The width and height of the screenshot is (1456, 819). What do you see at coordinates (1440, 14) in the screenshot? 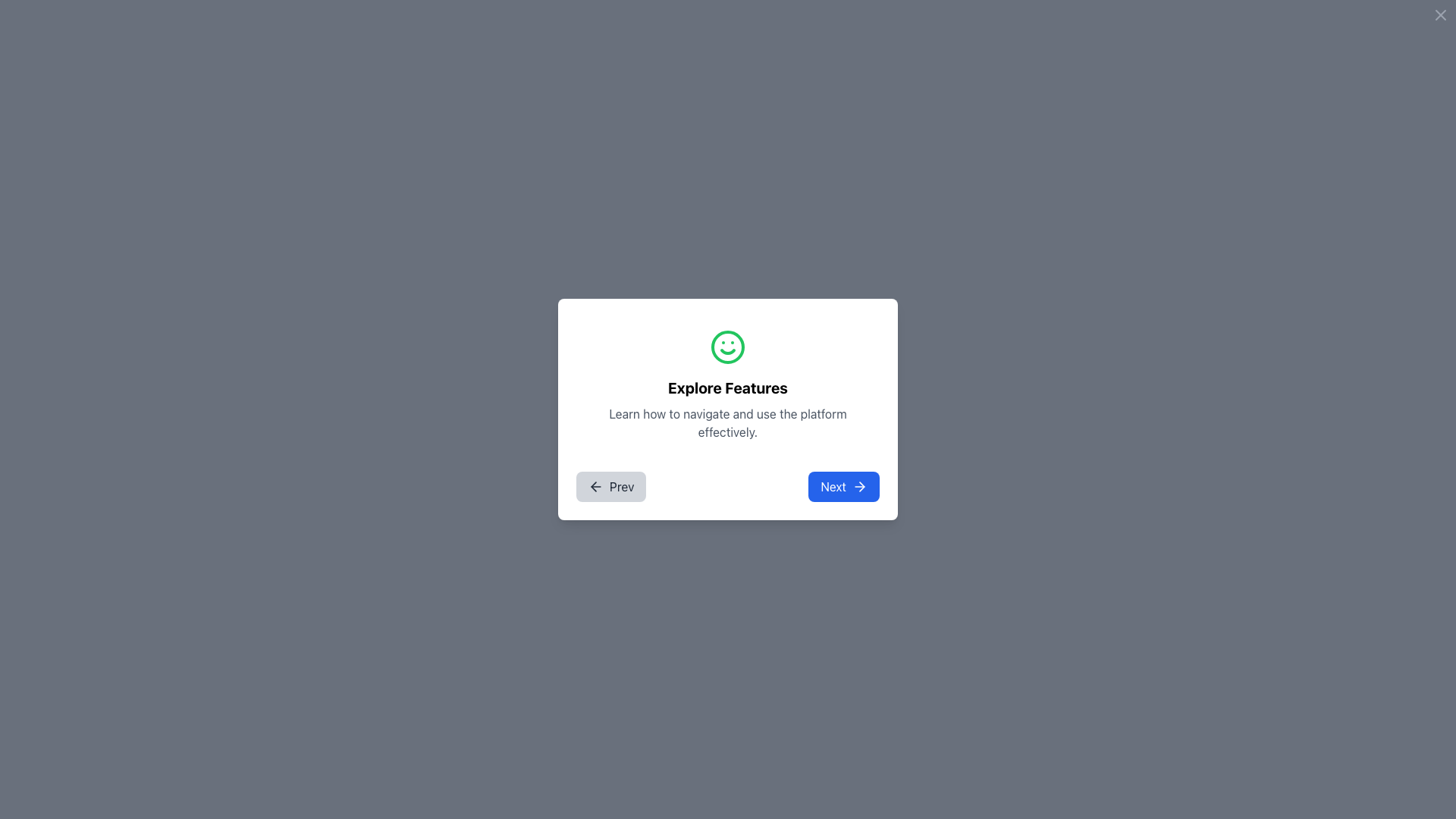
I see `the close button with an 'X' icon located at the top-right corner of the modal dialog` at bounding box center [1440, 14].